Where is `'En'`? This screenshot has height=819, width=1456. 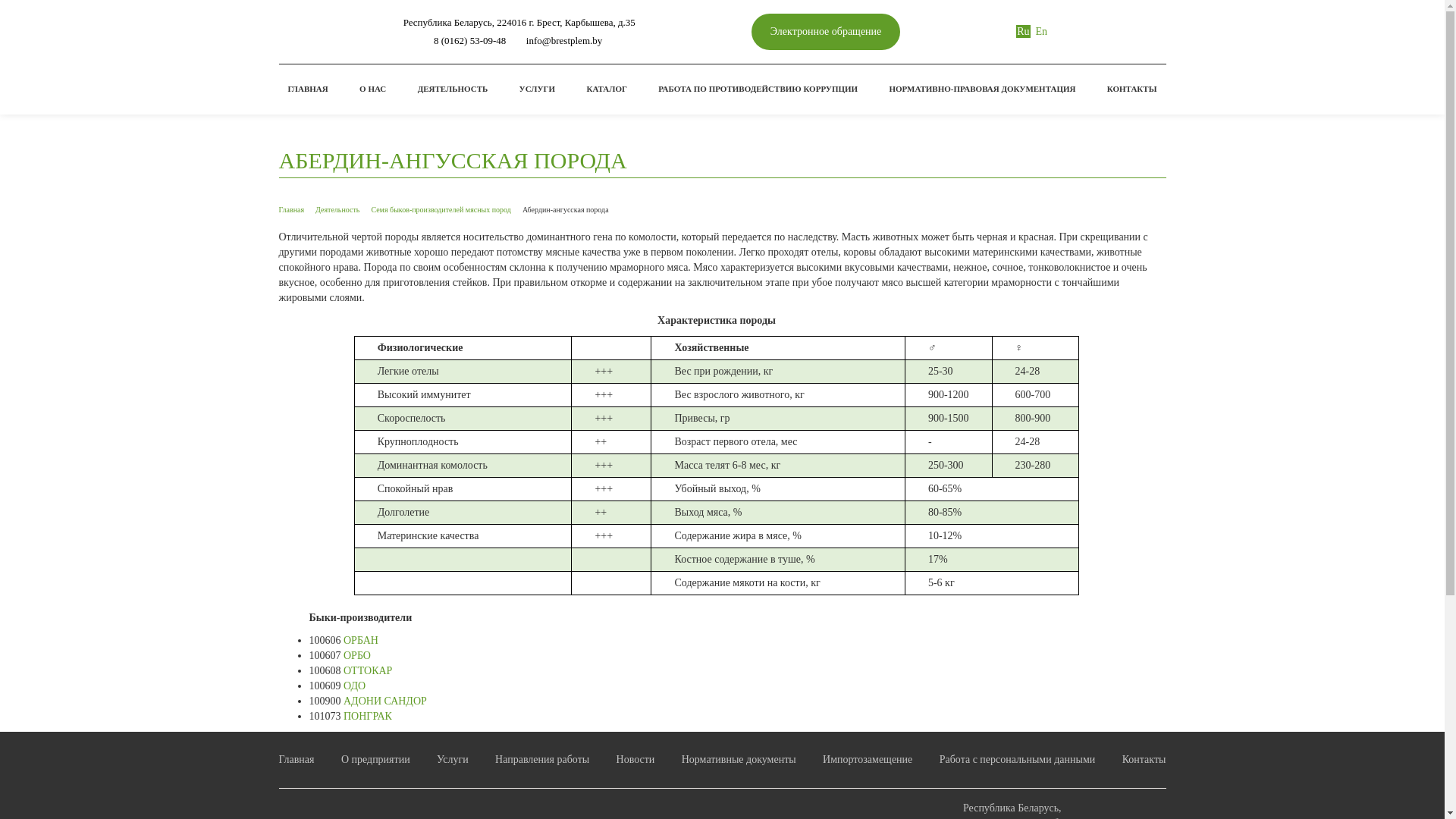 'En' is located at coordinates (1040, 31).